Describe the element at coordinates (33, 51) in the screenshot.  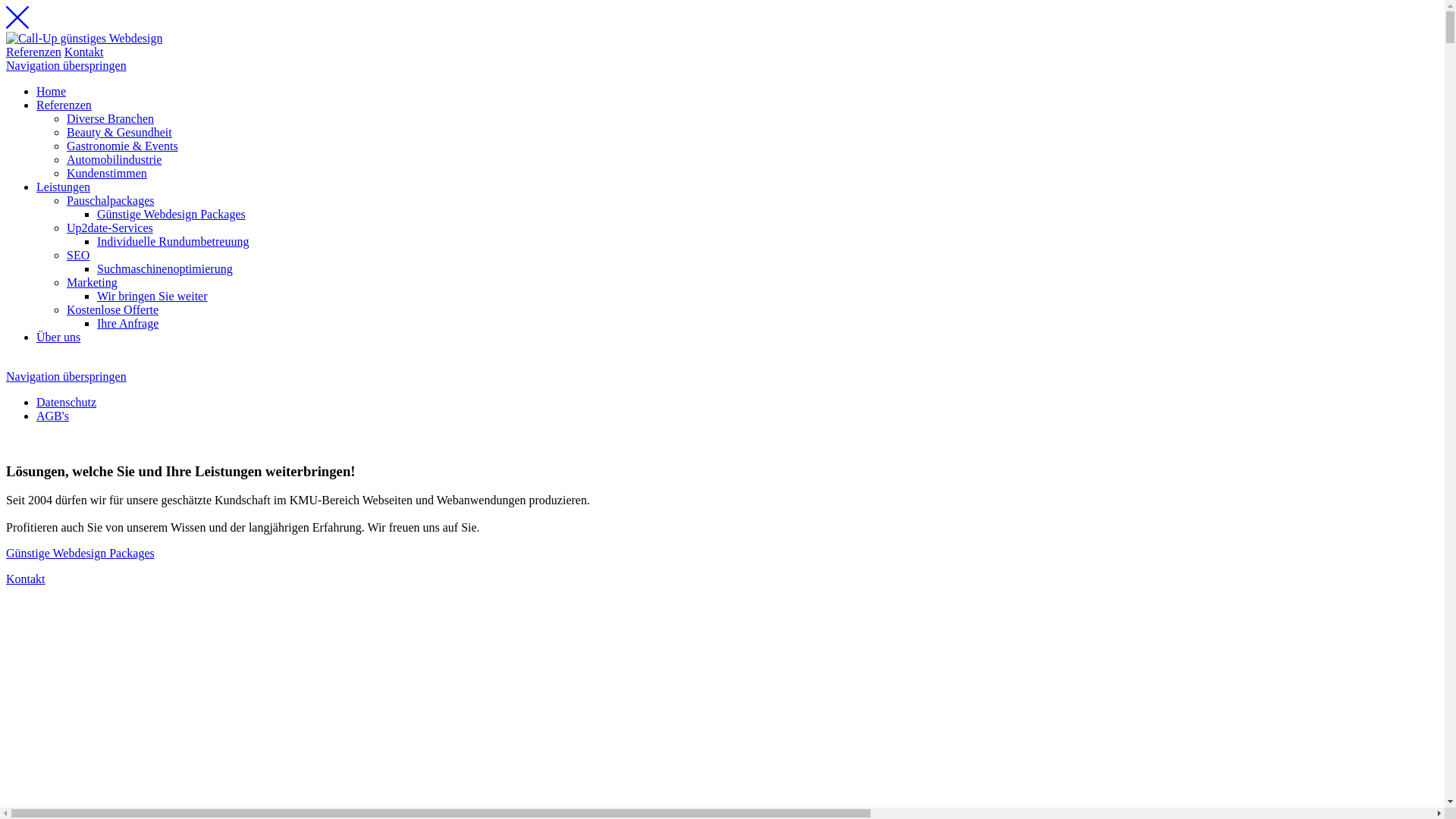
I see `'Referenzen'` at that location.